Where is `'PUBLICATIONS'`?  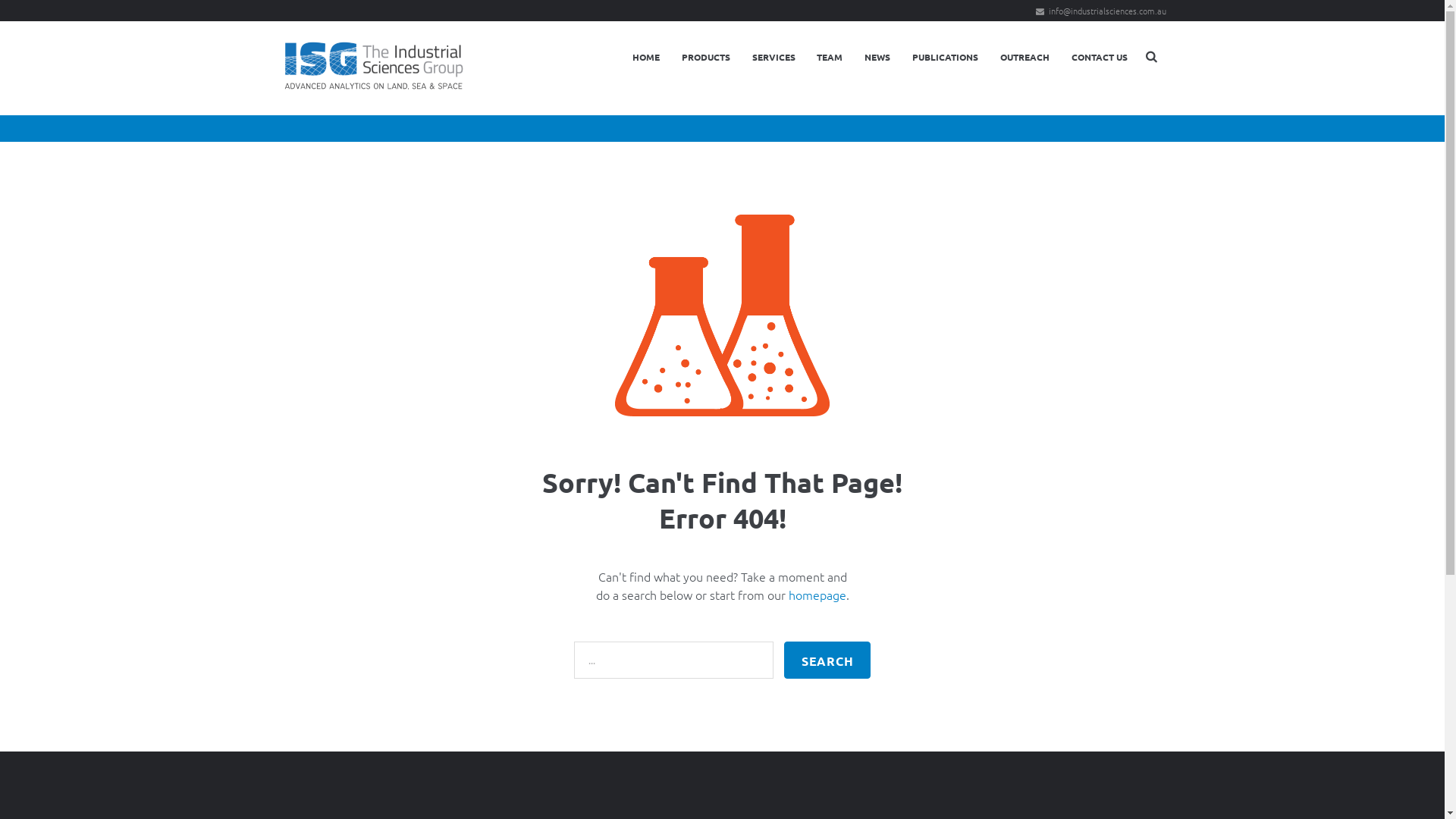 'PUBLICATIONS' is located at coordinates (945, 56).